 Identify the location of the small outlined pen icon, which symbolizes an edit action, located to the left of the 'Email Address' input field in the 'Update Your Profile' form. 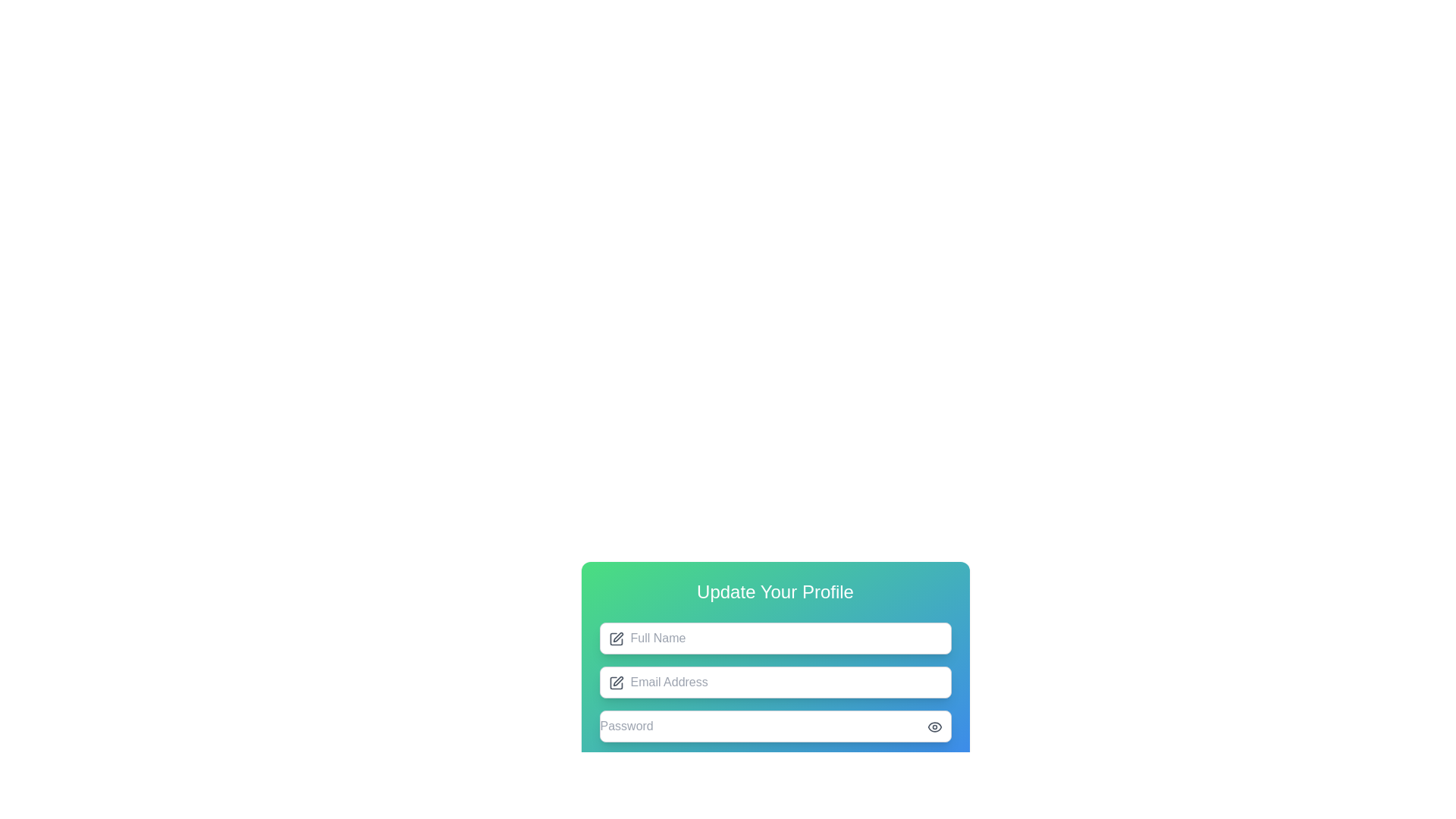
(618, 680).